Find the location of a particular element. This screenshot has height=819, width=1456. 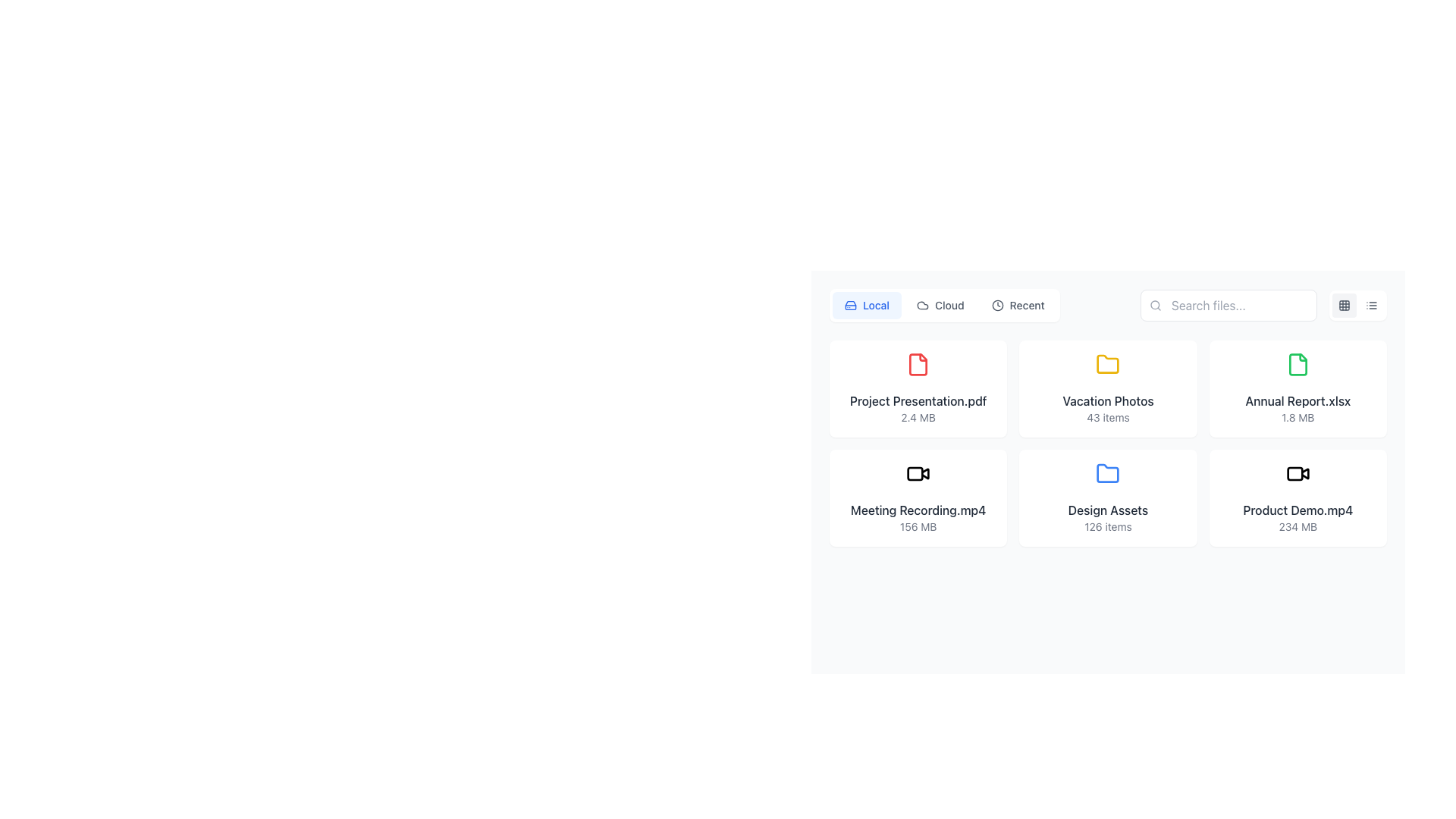

the folder card containing 126 design assets, which is the fifth card in a six-card grid layout is located at coordinates (1108, 497).